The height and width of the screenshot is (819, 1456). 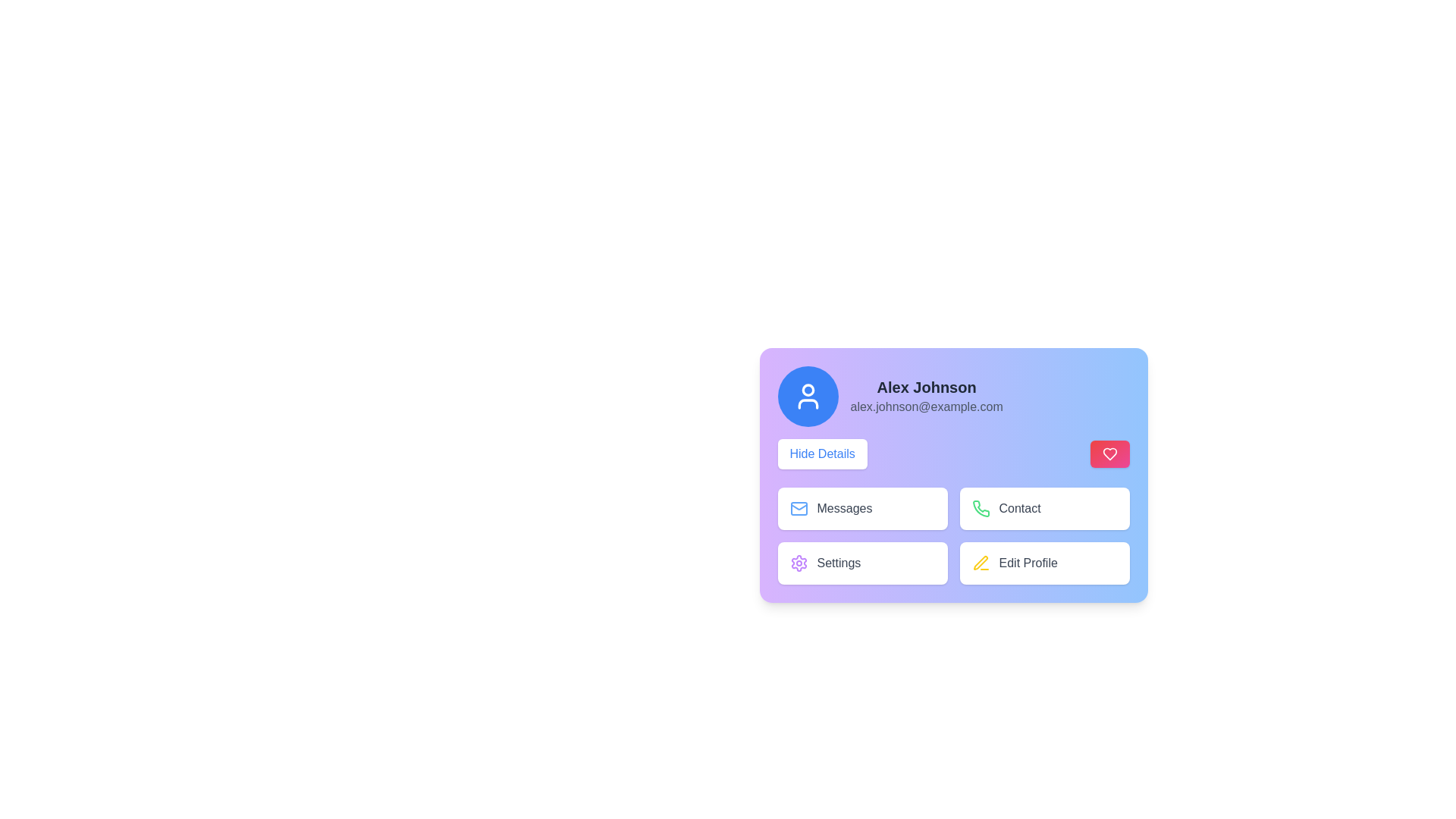 What do you see at coordinates (952, 396) in the screenshot?
I see `the user's name in the Information display panel, which is located at the top central position of the card layout with a gradient blue-to-purple background` at bounding box center [952, 396].